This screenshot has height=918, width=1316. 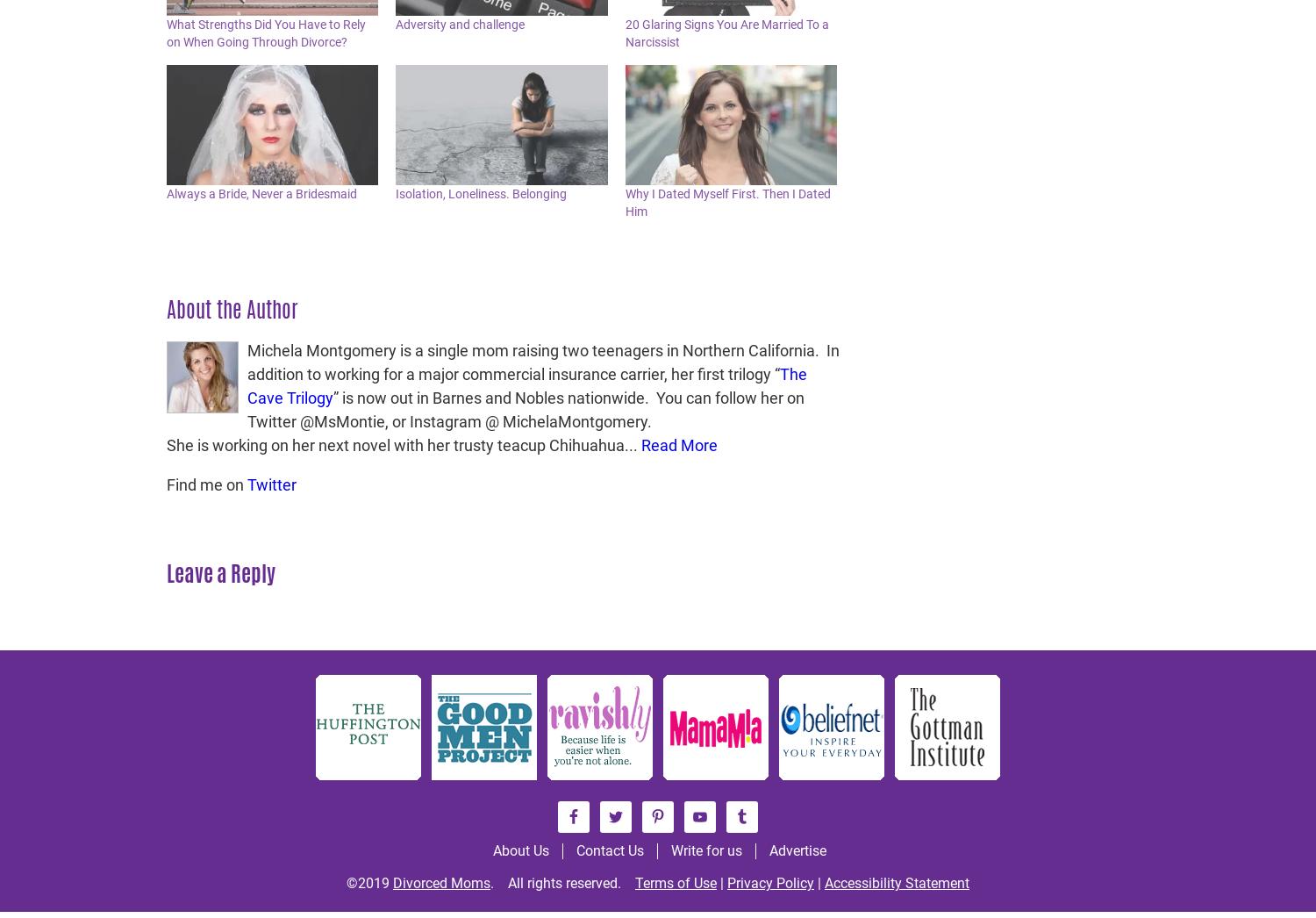 I want to click on '” is now out in Barnes and Nobles nationwide.  You can follow her on Twitter @MsMontie, or Instagram @ MichelaMontgomery.', so click(x=525, y=409).